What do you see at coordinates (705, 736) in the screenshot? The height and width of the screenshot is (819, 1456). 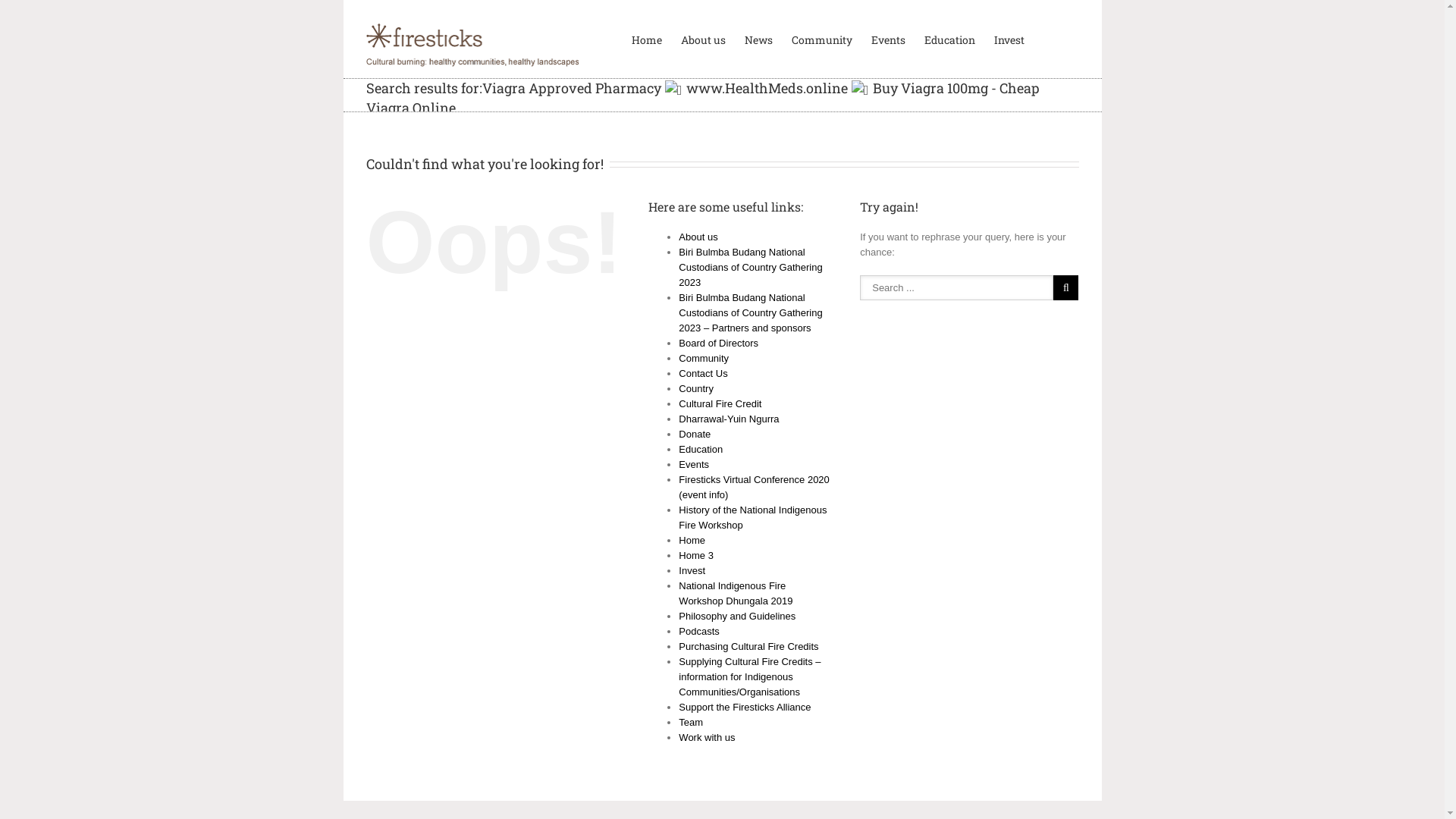 I see `'Work with us'` at bounding box center [705, 736].